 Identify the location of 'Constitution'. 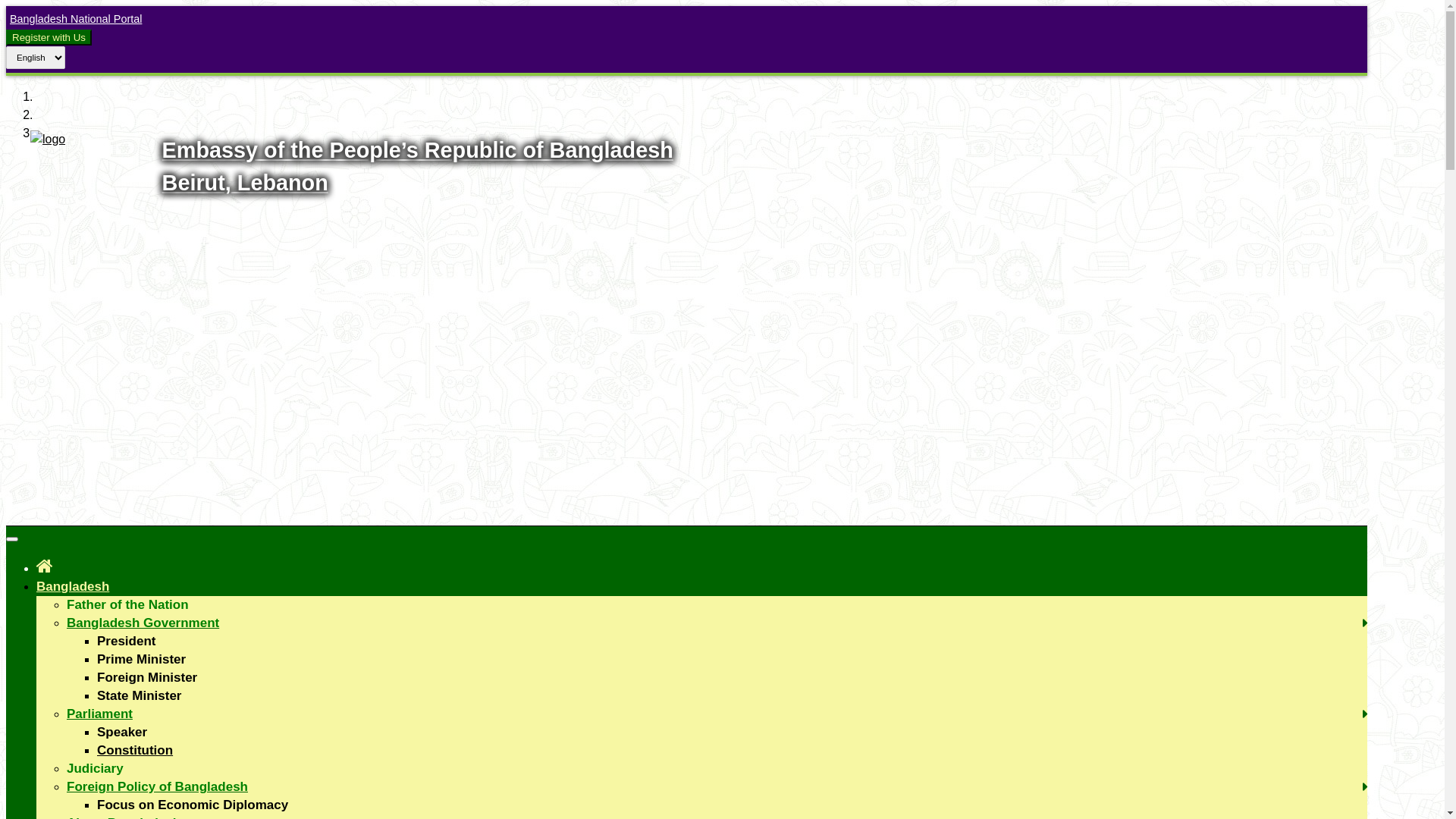
(134, 749).